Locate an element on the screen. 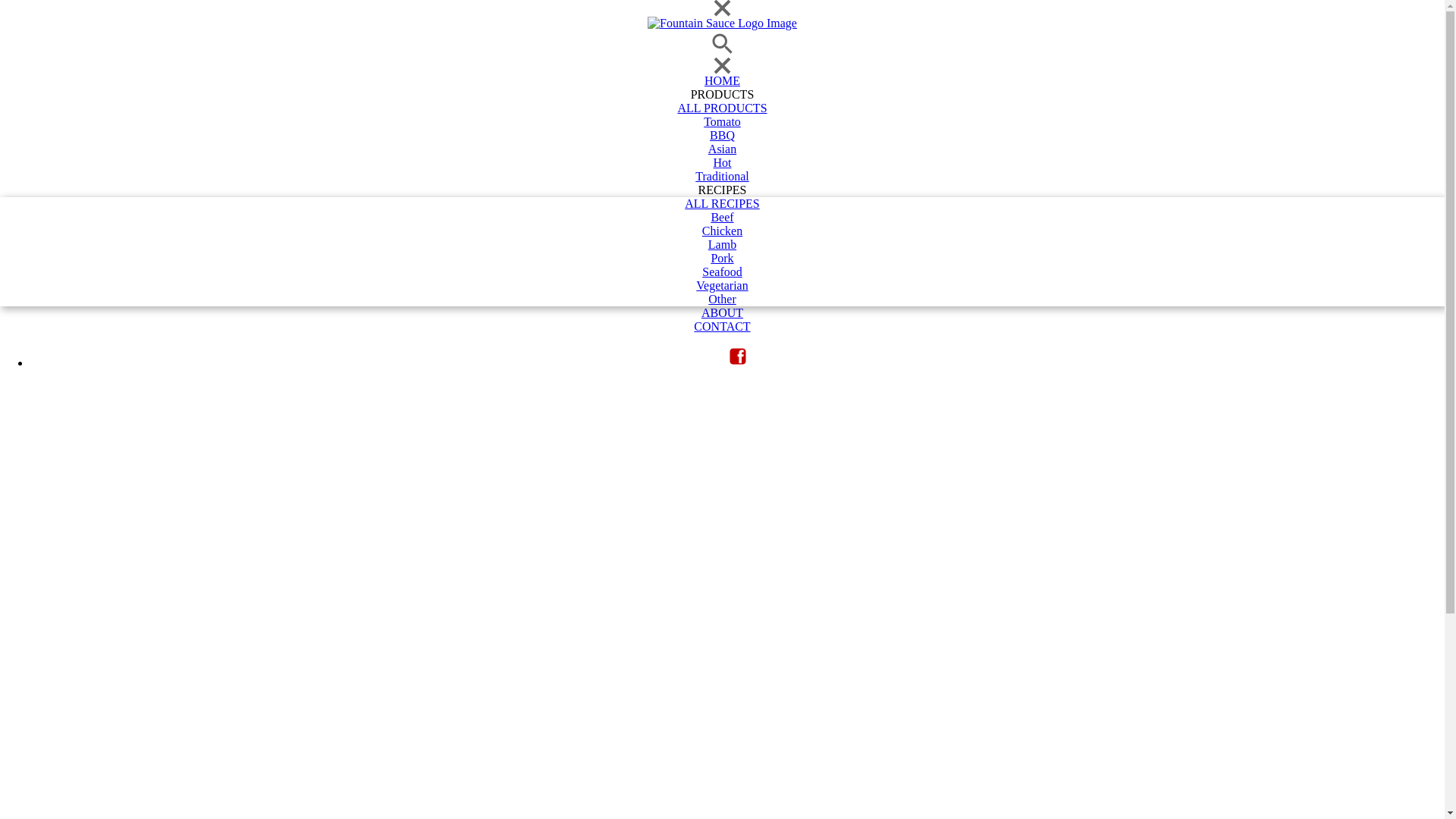 The image size is (1456, 819). 'Seafood' is located at coordinates (721, 271).